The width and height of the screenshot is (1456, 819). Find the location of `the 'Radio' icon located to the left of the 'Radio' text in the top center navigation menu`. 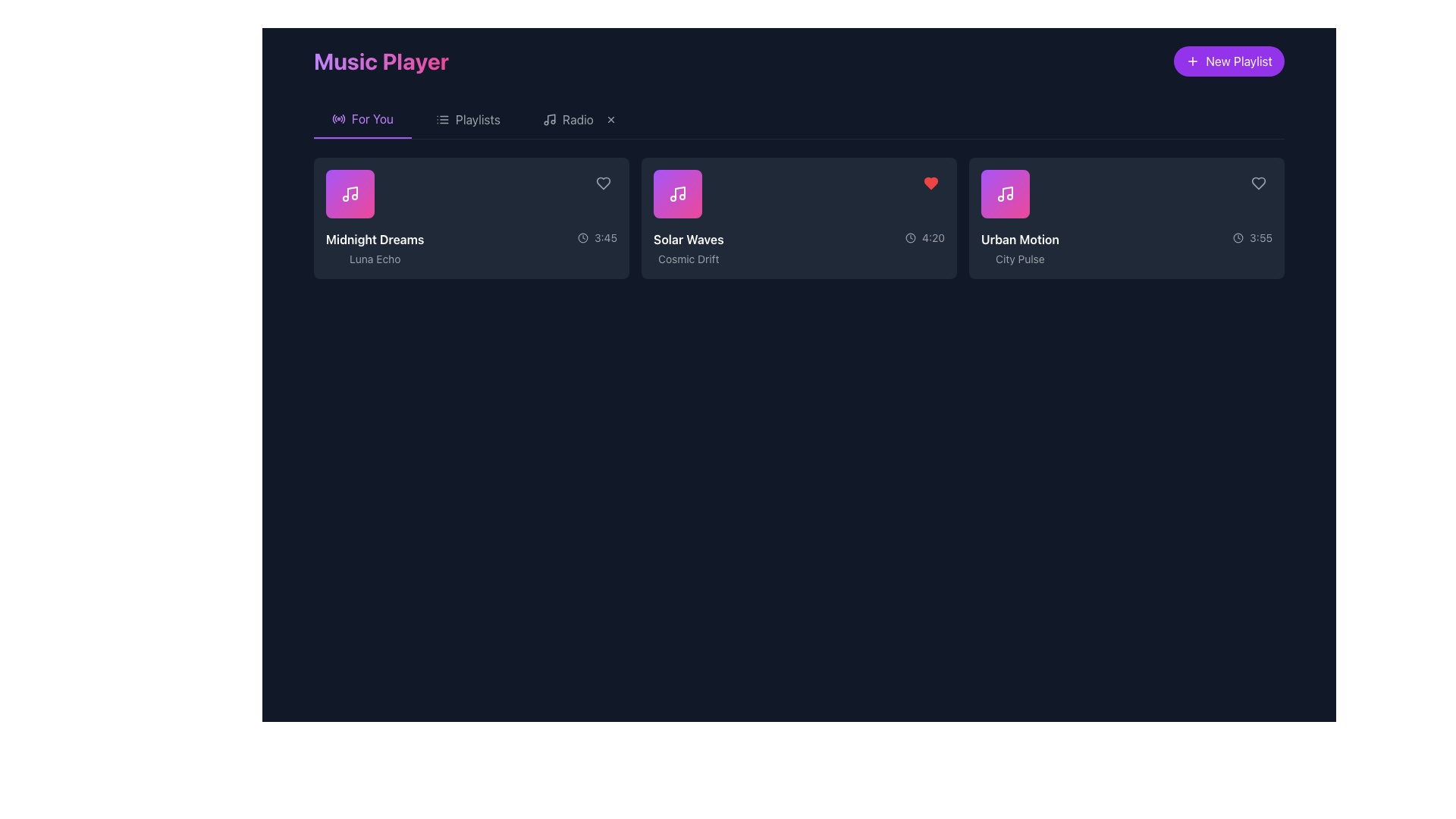

the 'Radio' icon located to the left of the 'Radio' text in the top center navigation menu is located at coordinates (548, 119).